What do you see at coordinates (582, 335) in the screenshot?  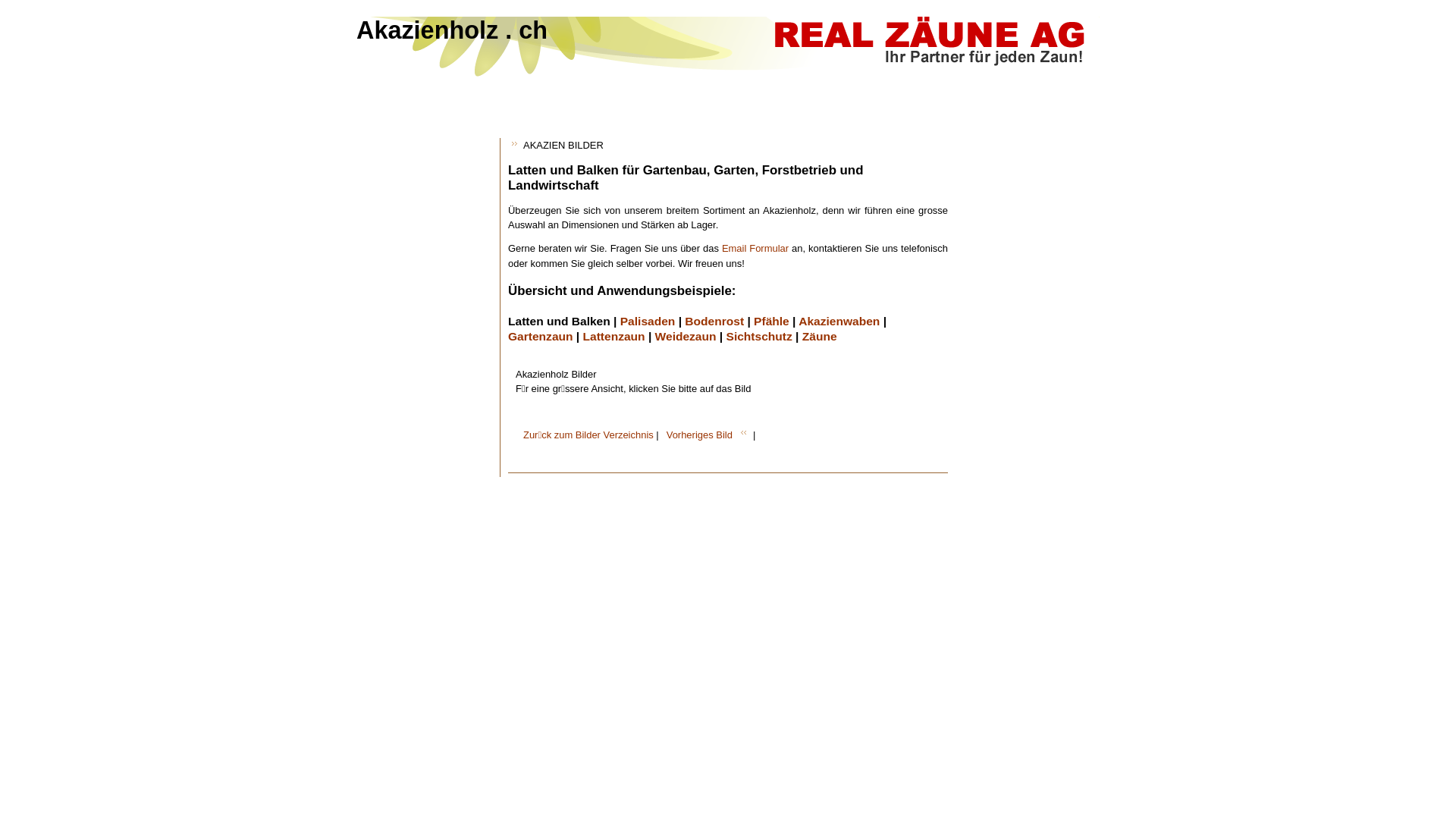 I see `'Lattenzaun'` at bounding box center [582, 335].